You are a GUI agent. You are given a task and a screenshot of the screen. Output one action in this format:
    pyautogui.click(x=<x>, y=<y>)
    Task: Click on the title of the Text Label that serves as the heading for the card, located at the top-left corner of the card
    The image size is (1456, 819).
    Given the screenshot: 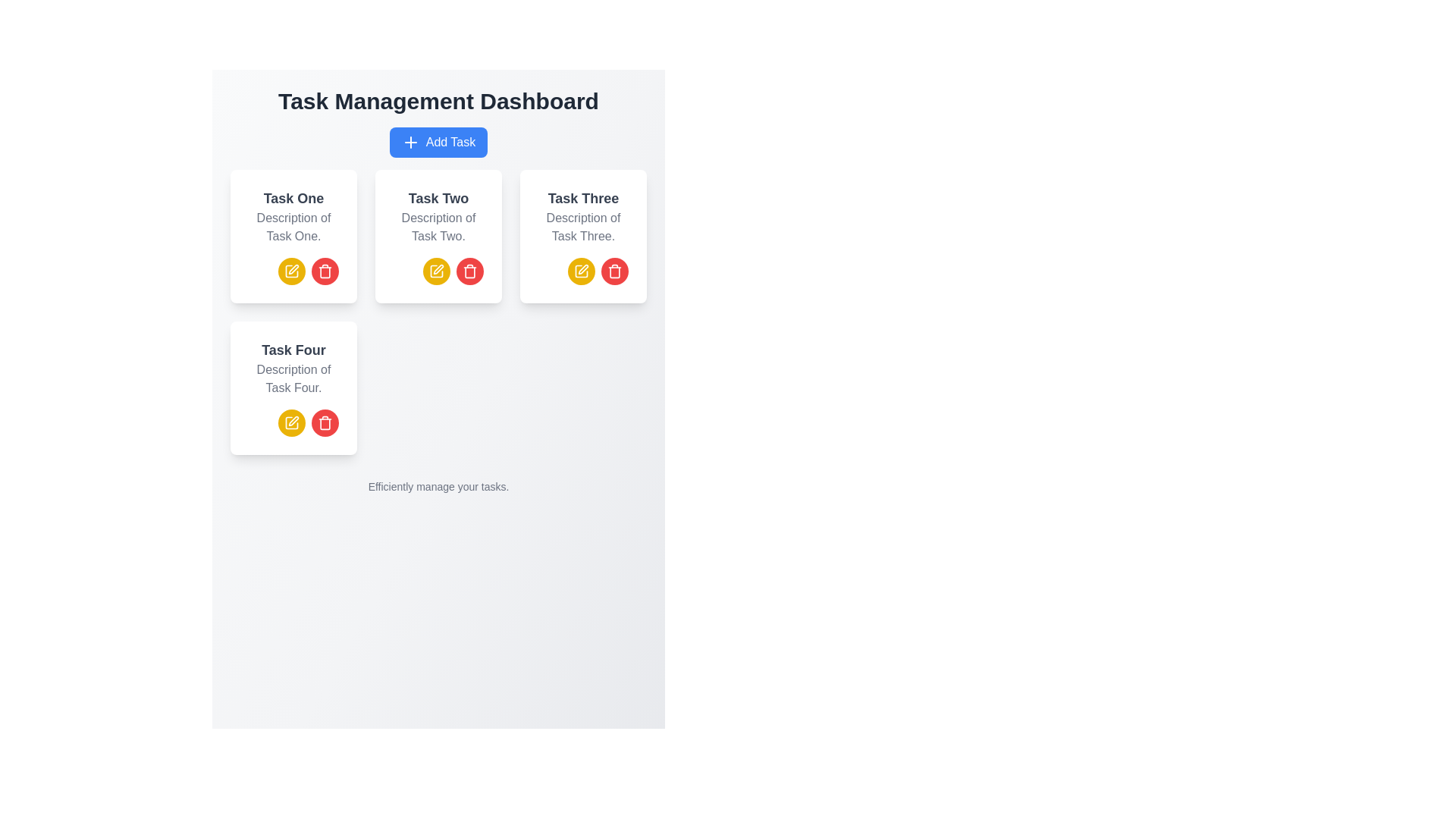 What is the action you would take?
    pyautogui.click(x=293, y=198)
    